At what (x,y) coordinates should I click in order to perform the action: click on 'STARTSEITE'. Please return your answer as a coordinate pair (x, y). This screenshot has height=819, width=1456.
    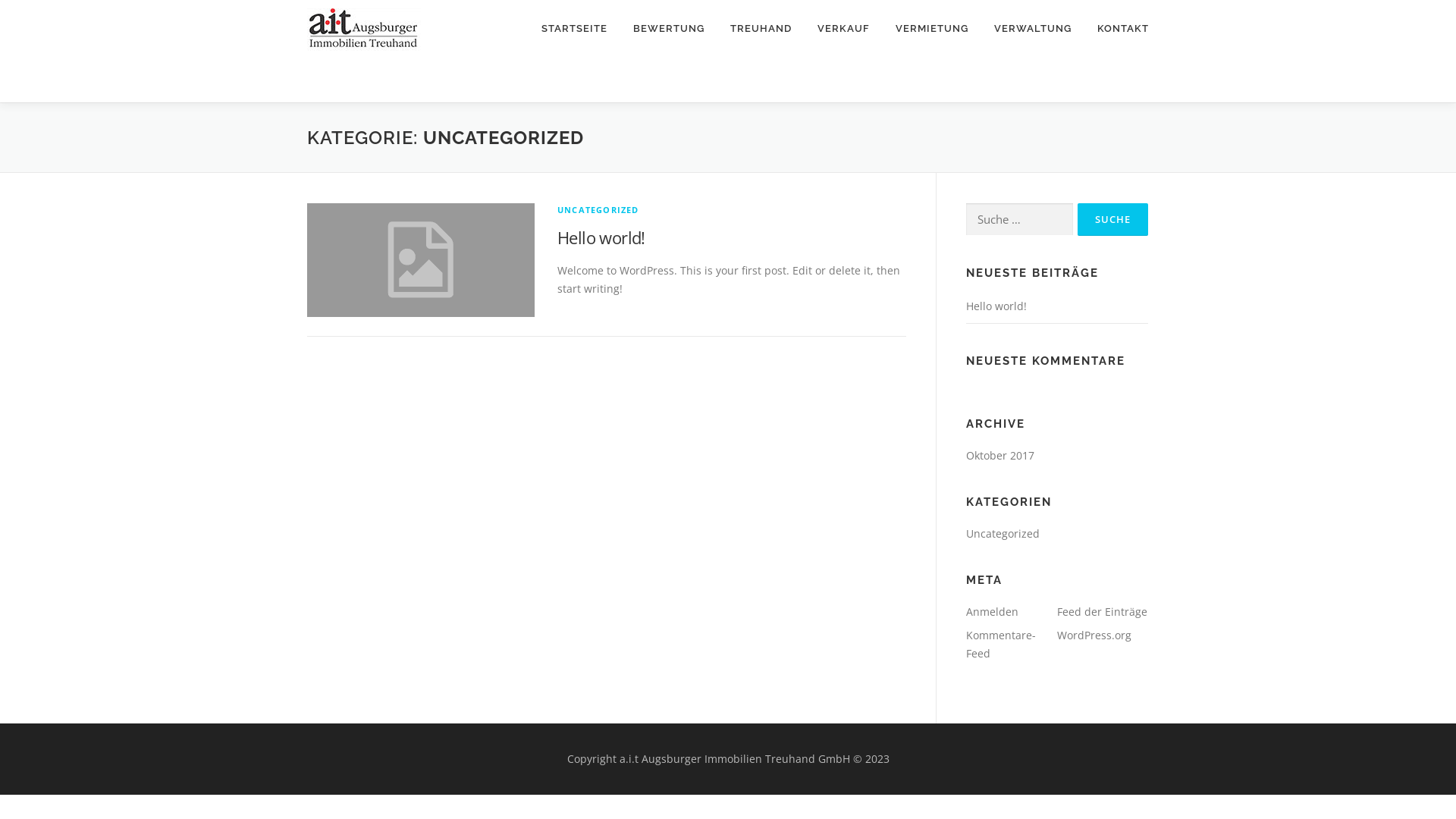
    Looking at the image, I should click on (573, 28).